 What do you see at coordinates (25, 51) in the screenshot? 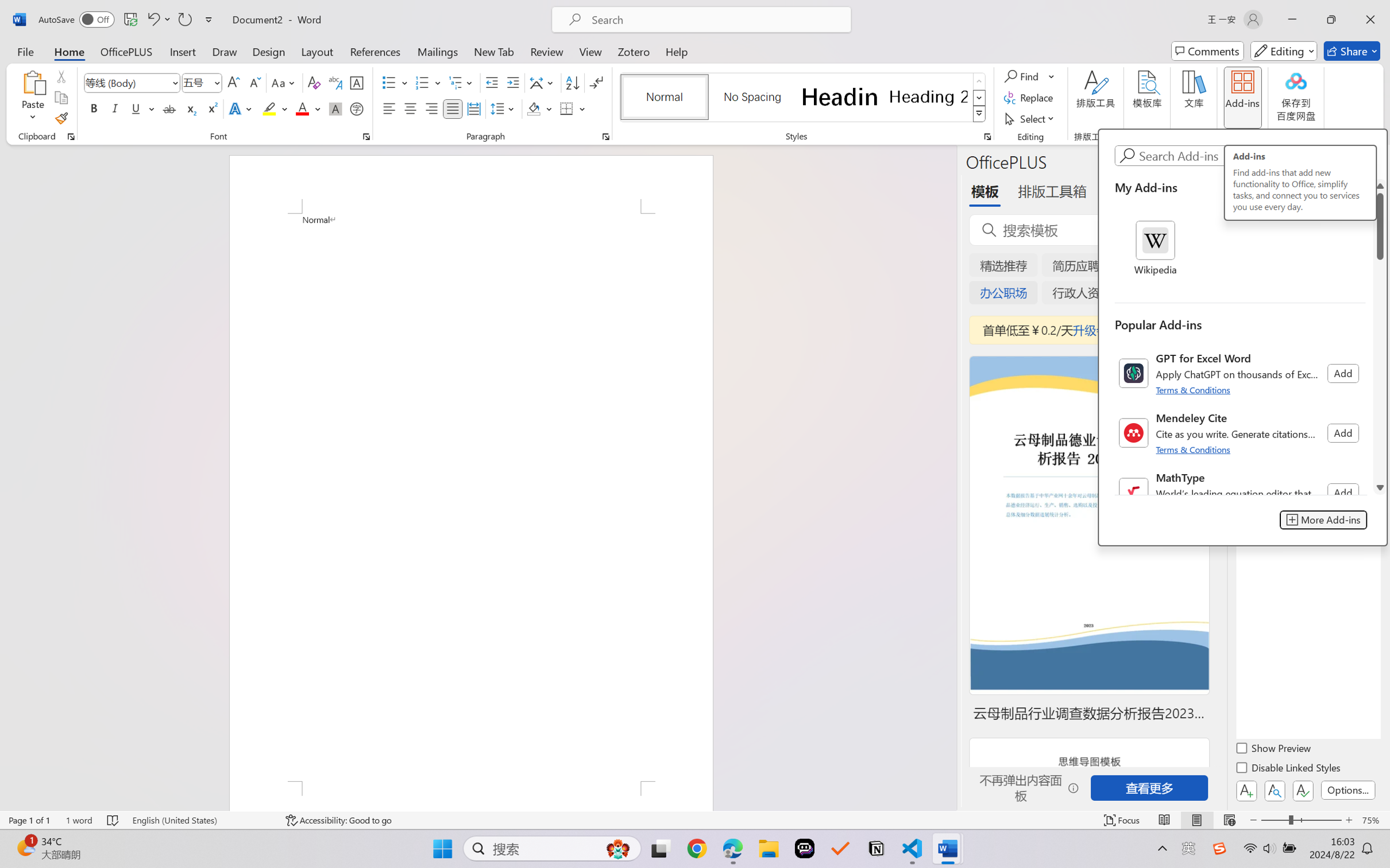
I see `'File Tab'` at bounding box center [25, 51].